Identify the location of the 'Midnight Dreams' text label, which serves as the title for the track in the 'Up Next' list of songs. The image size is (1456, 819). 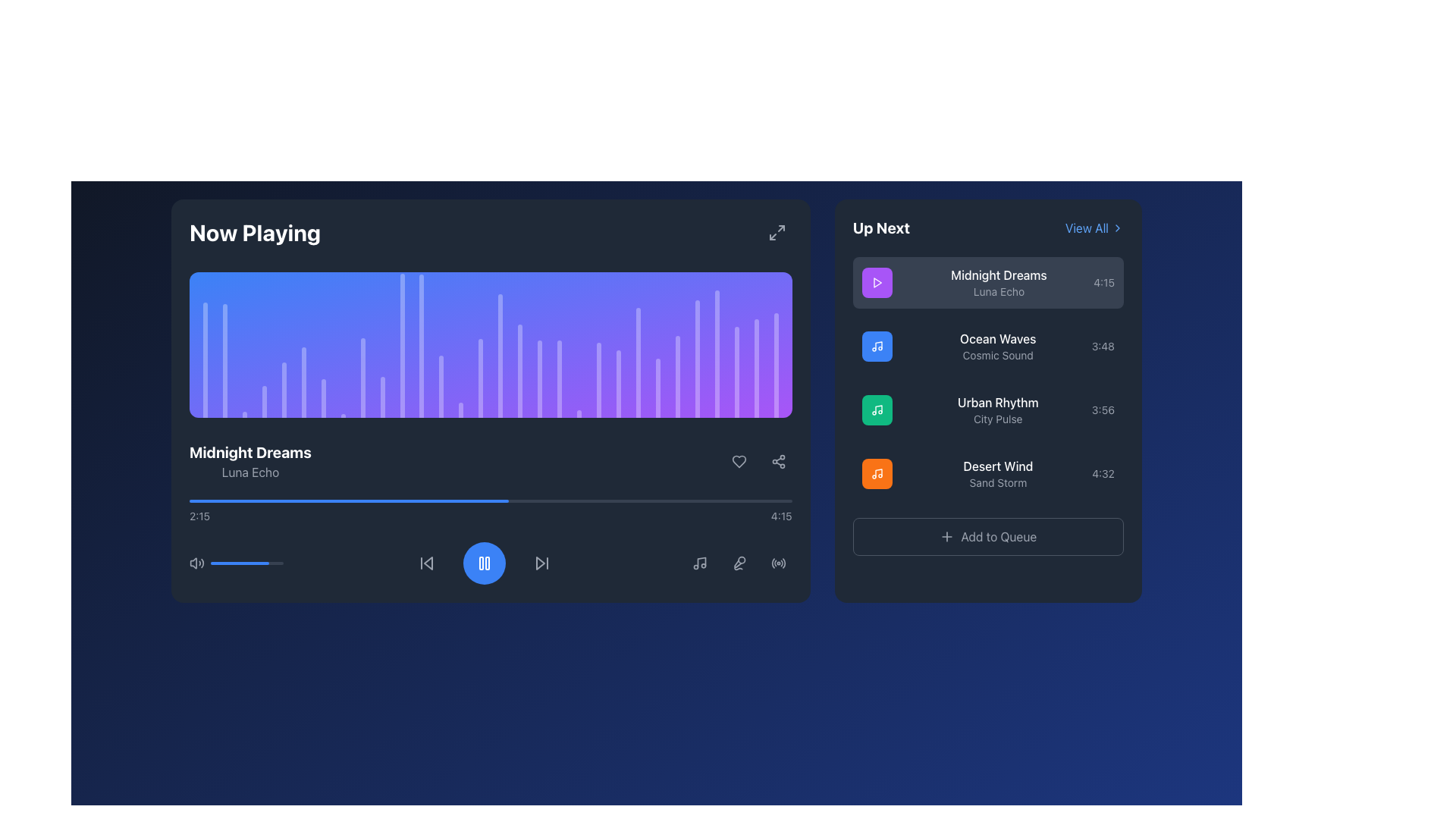
(999, 275).